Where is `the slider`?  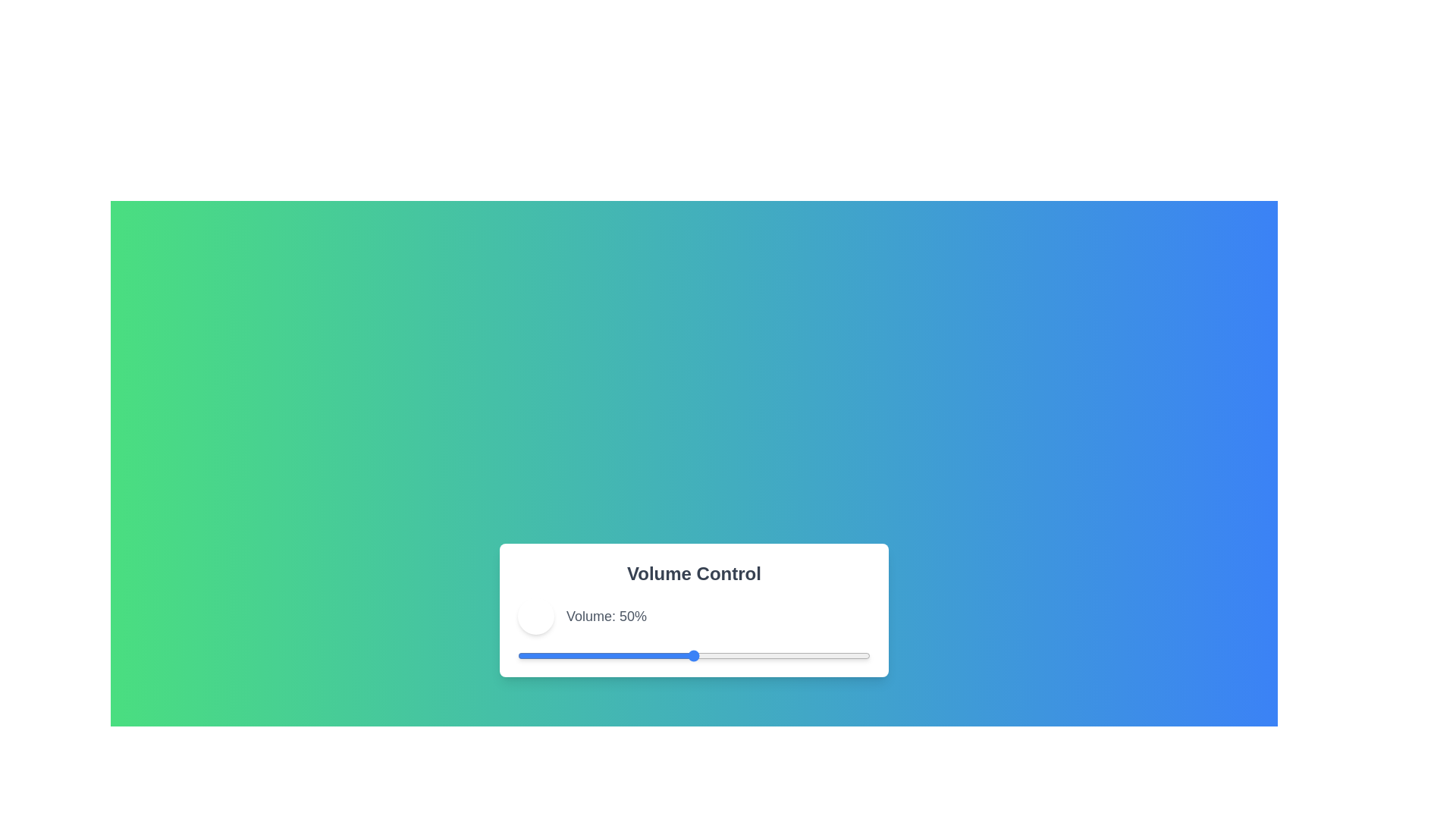
the slider is located at coordinates (638, 654).